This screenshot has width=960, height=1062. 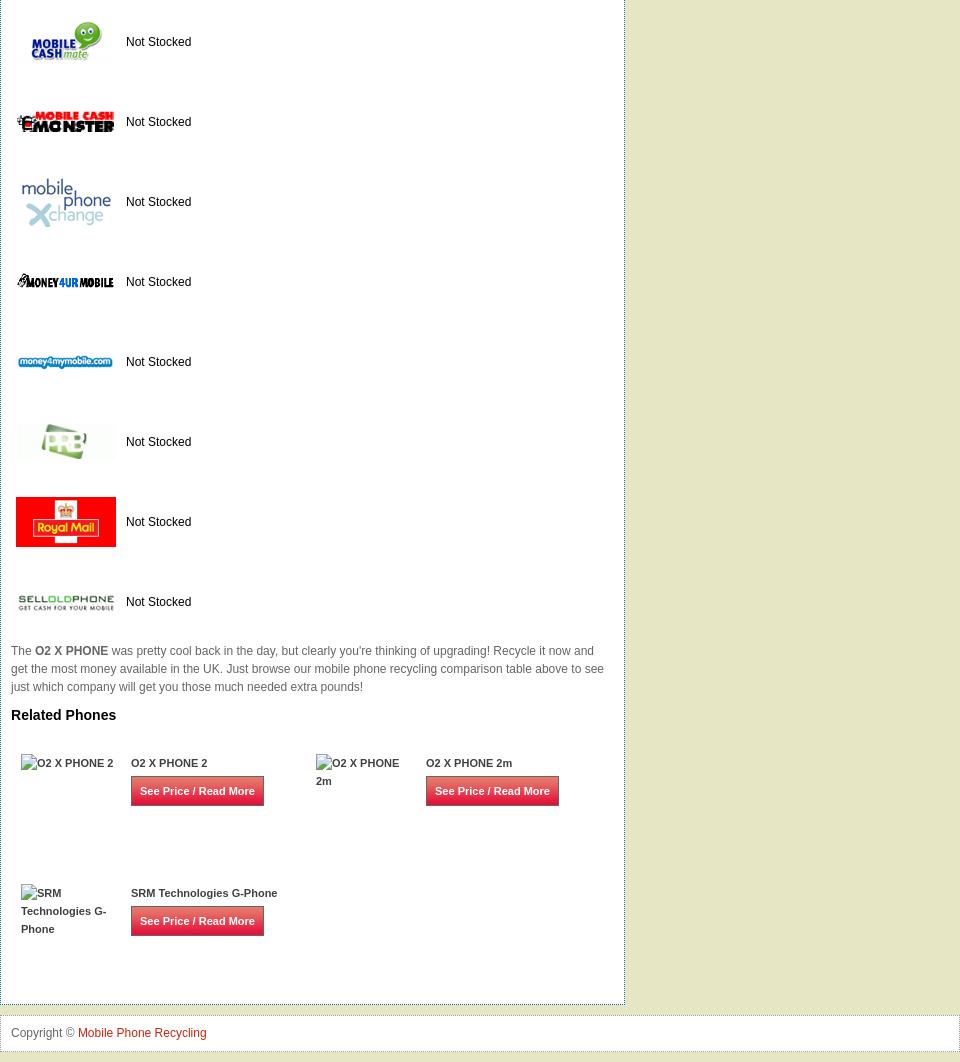 I want to click on 'Related Phones', so click(x=63, y=715).